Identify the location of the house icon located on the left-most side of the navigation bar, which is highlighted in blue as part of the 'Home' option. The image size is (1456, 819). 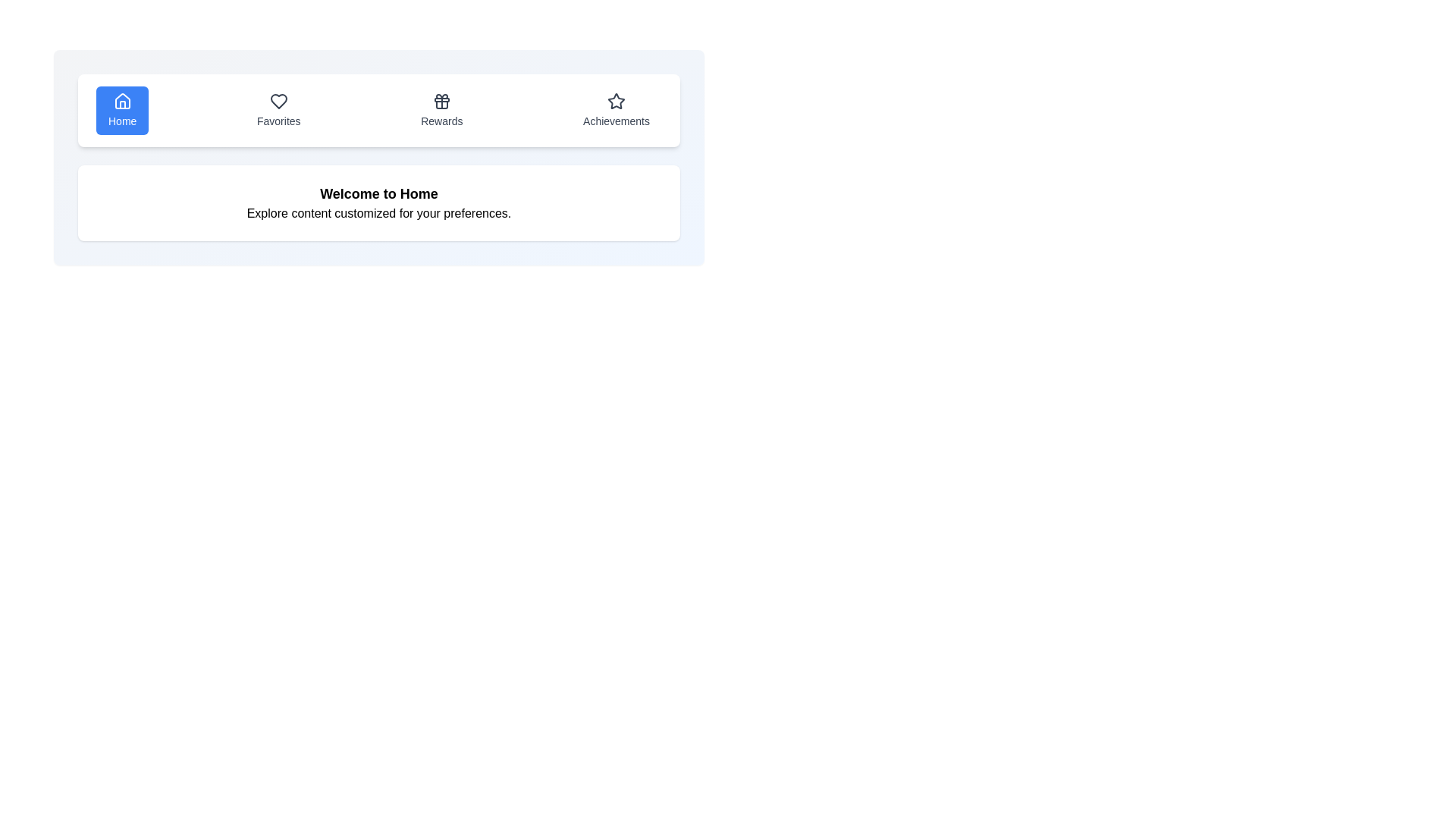
(122, 101).